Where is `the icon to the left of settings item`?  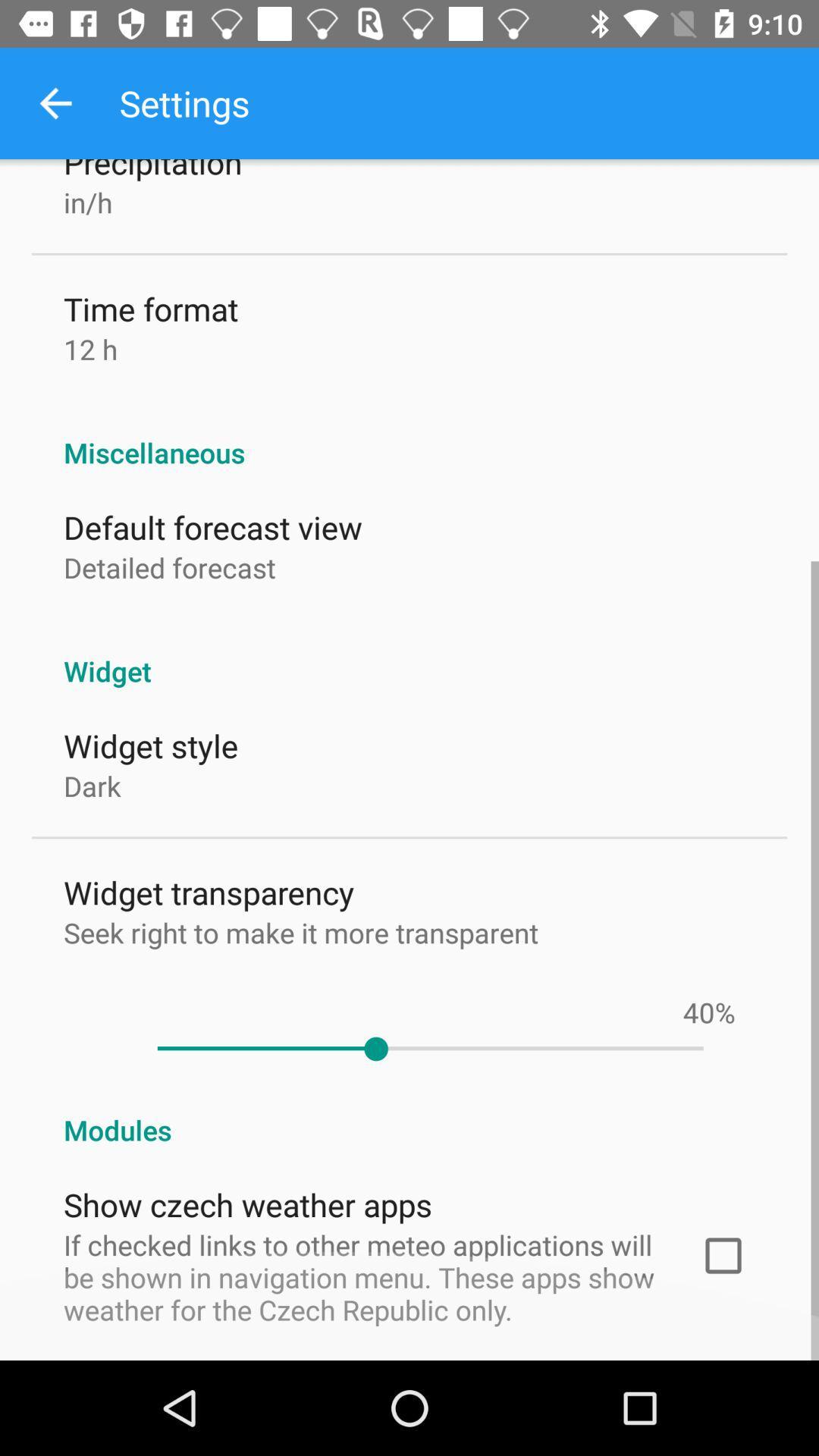
the icon to the left of settings item is located at coordinates (55, 102).